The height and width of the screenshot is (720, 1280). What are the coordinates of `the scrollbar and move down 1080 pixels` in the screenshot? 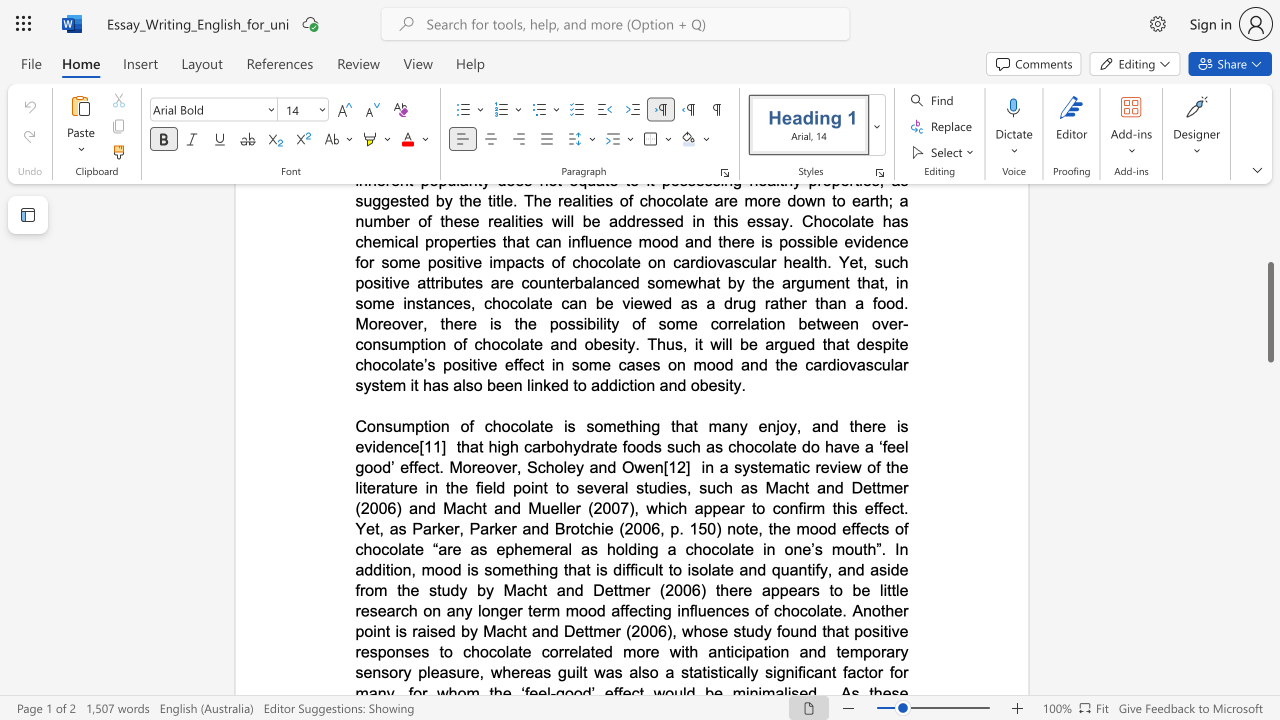 It's located at (1269, 312).